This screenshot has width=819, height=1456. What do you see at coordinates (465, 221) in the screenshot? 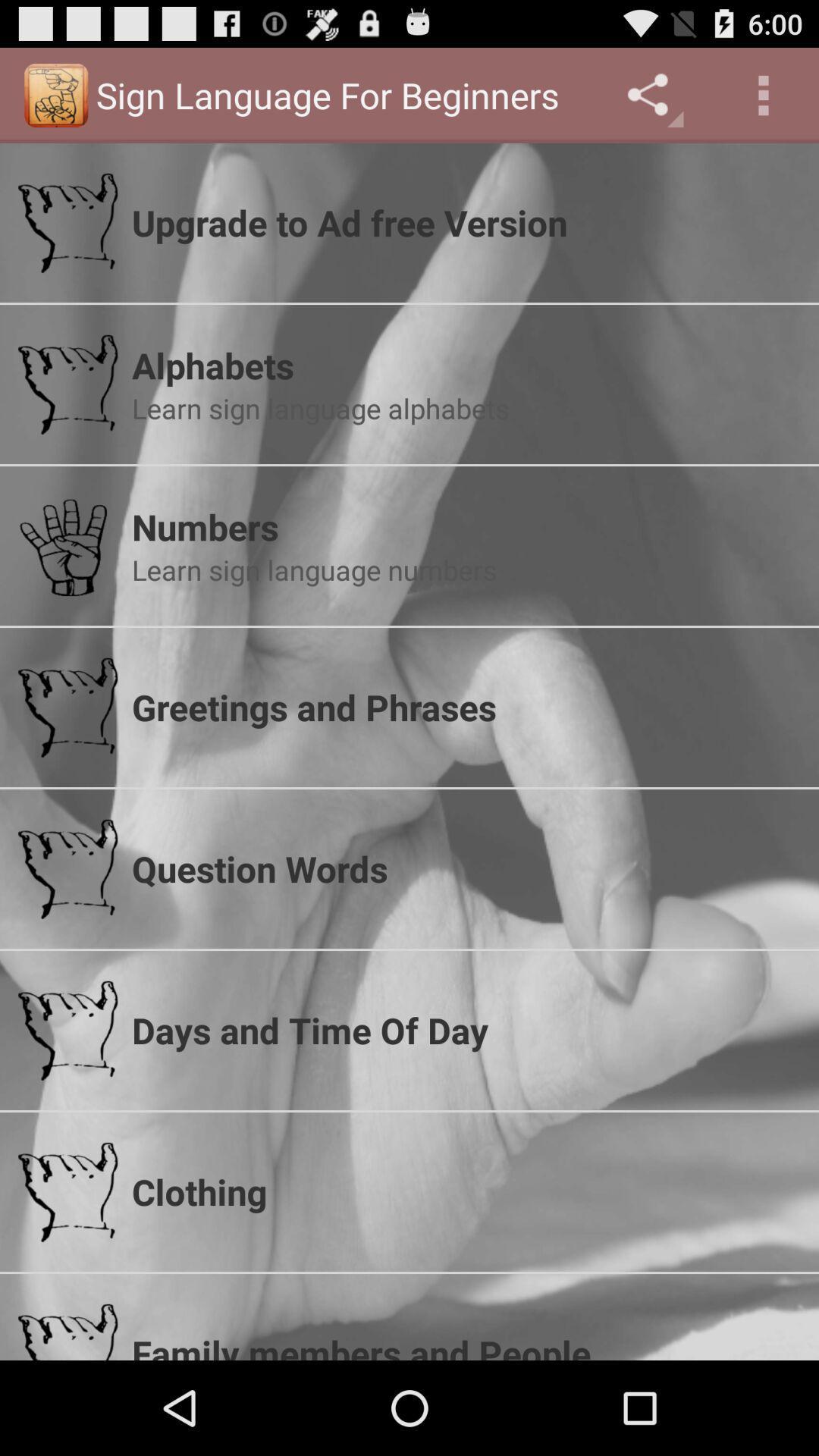
I see `the upgrade to ad app` at bounding box center [465, 221].